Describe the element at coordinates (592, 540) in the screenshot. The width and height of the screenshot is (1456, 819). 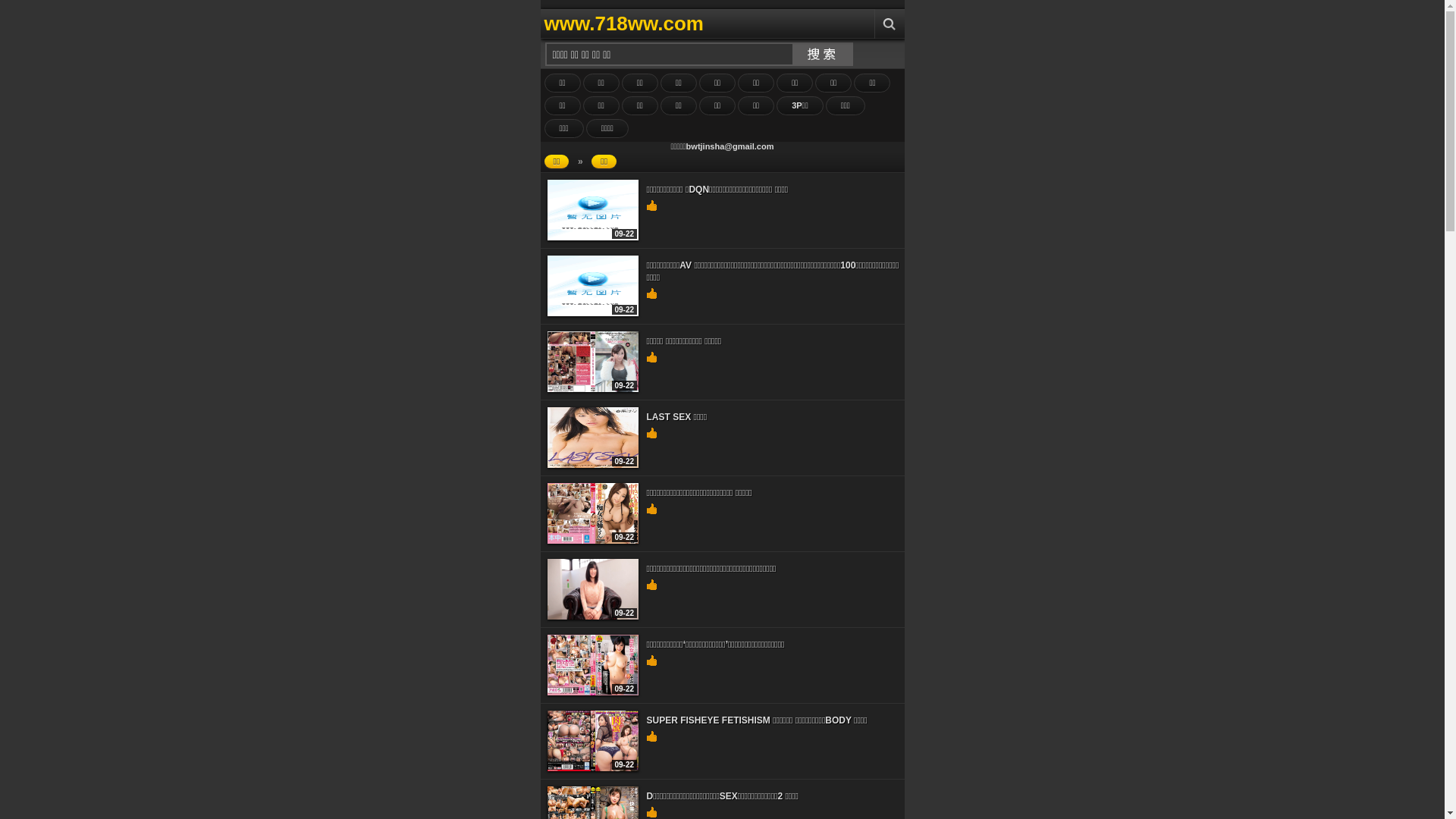
I see `'09-22'` at that location.